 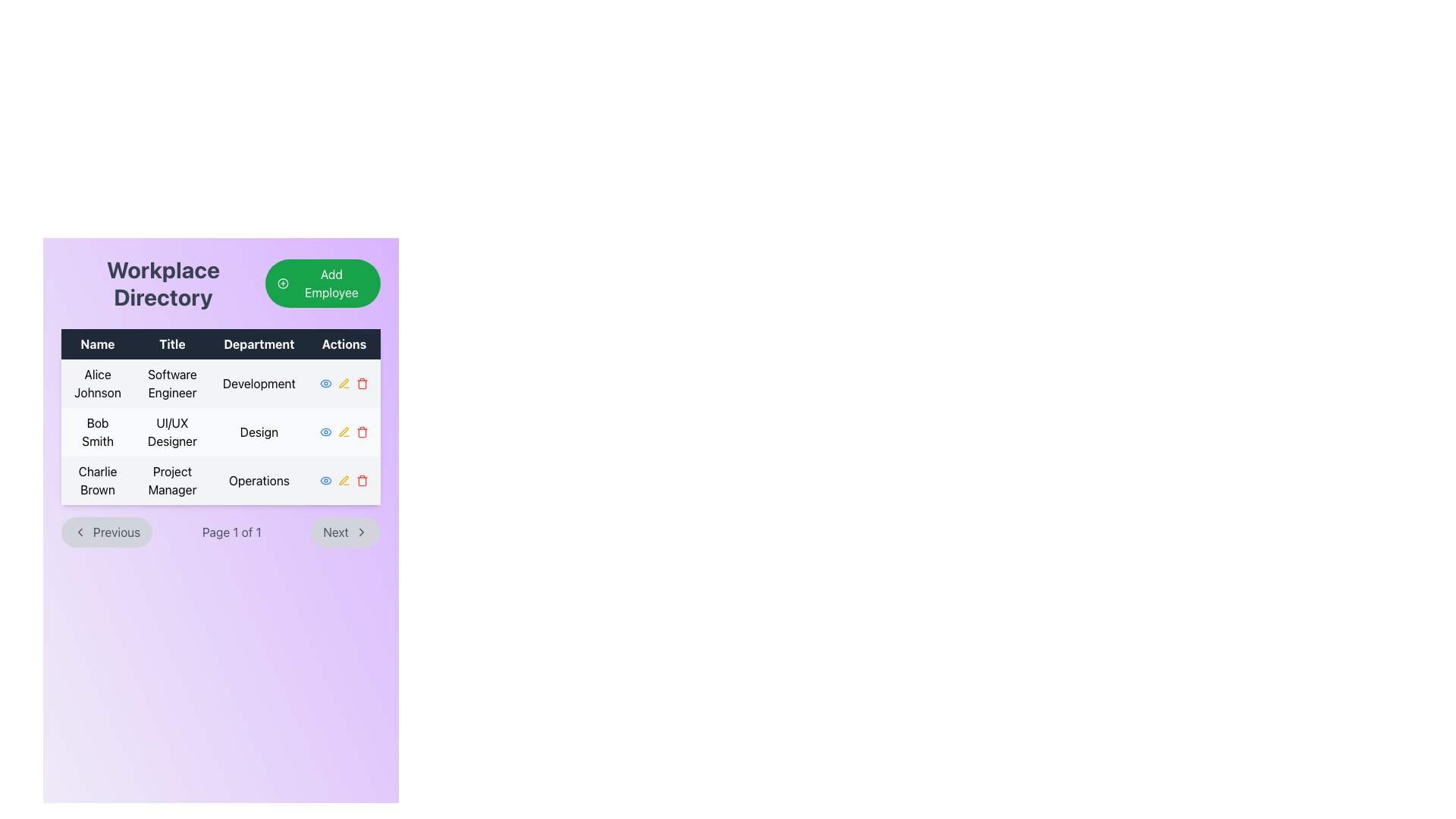 What do you see at coordinates (343, 432) in the screenshot?
I see `the edit button icon for 'Bob Smith' in the second row of the table` at bounding box center [343, 432].